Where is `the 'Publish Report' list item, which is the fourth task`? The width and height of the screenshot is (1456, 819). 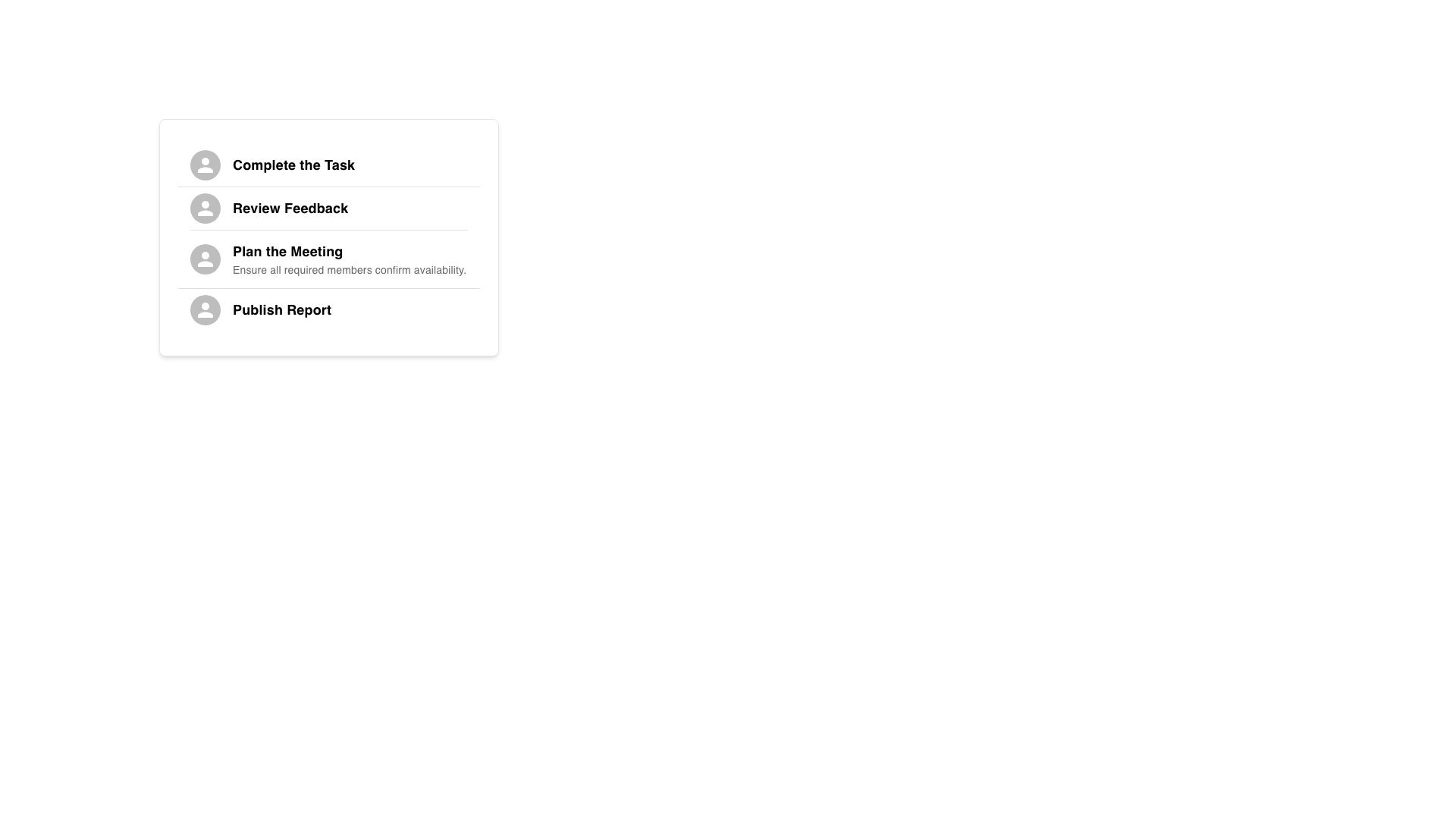 the 'Publish Report' list item, which is the fourth task is located at coordinates (328, 309).